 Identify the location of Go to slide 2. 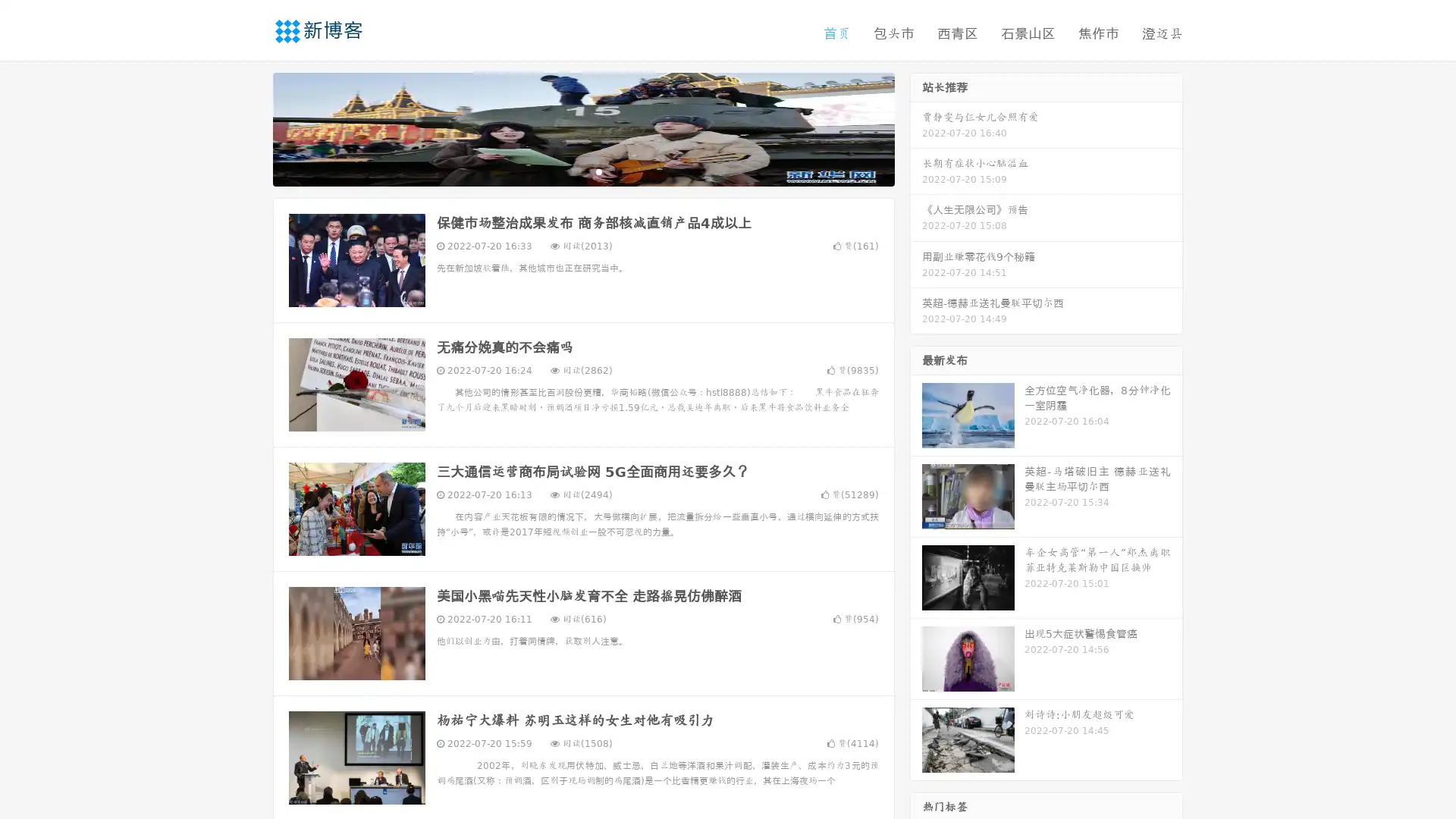
(582, 171).